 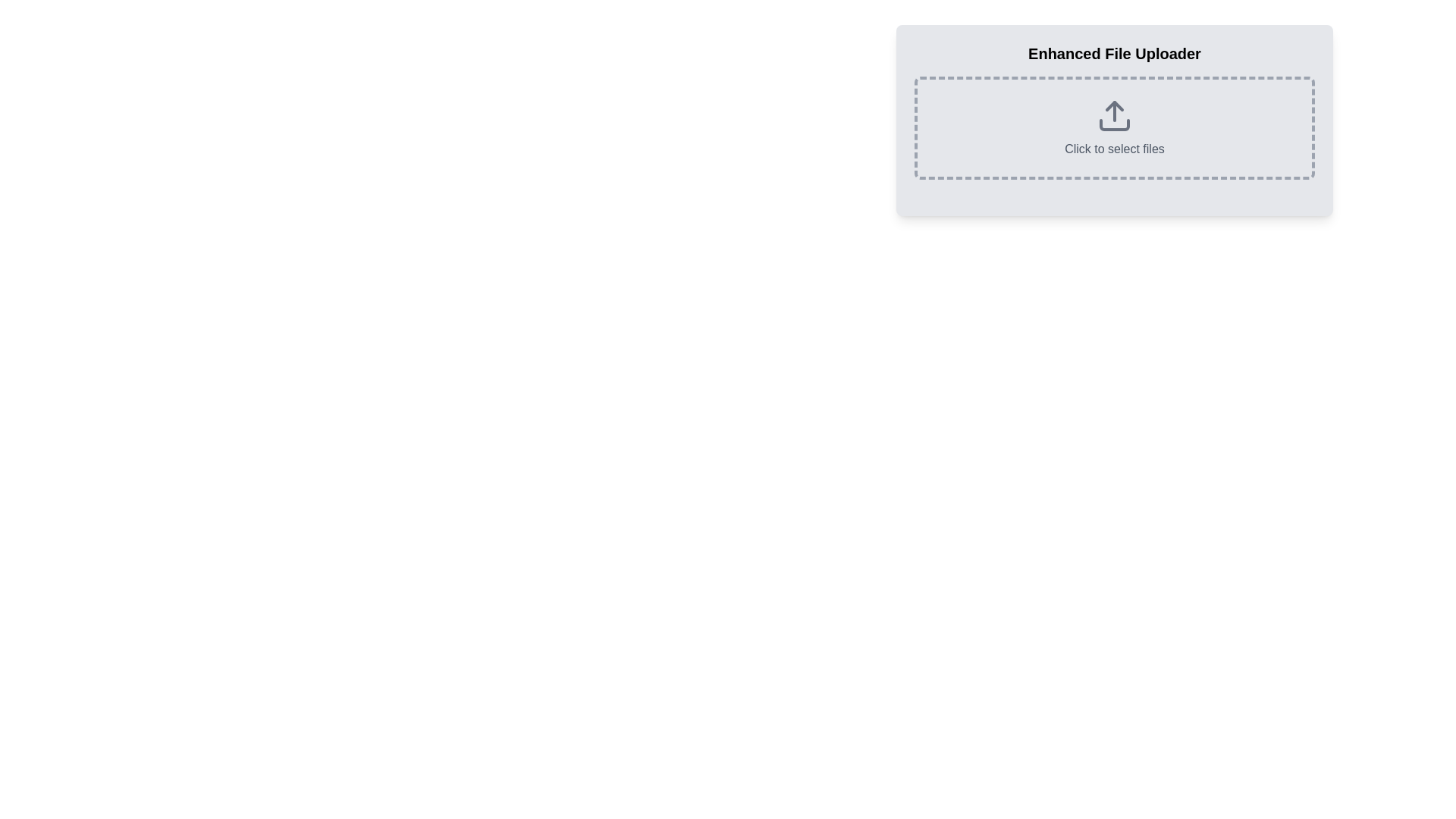 I want to click on the horizontal bar component of the upload icon, which is styled as part of the icon and located below the arrow symbol, so click(x=1114, y=124).